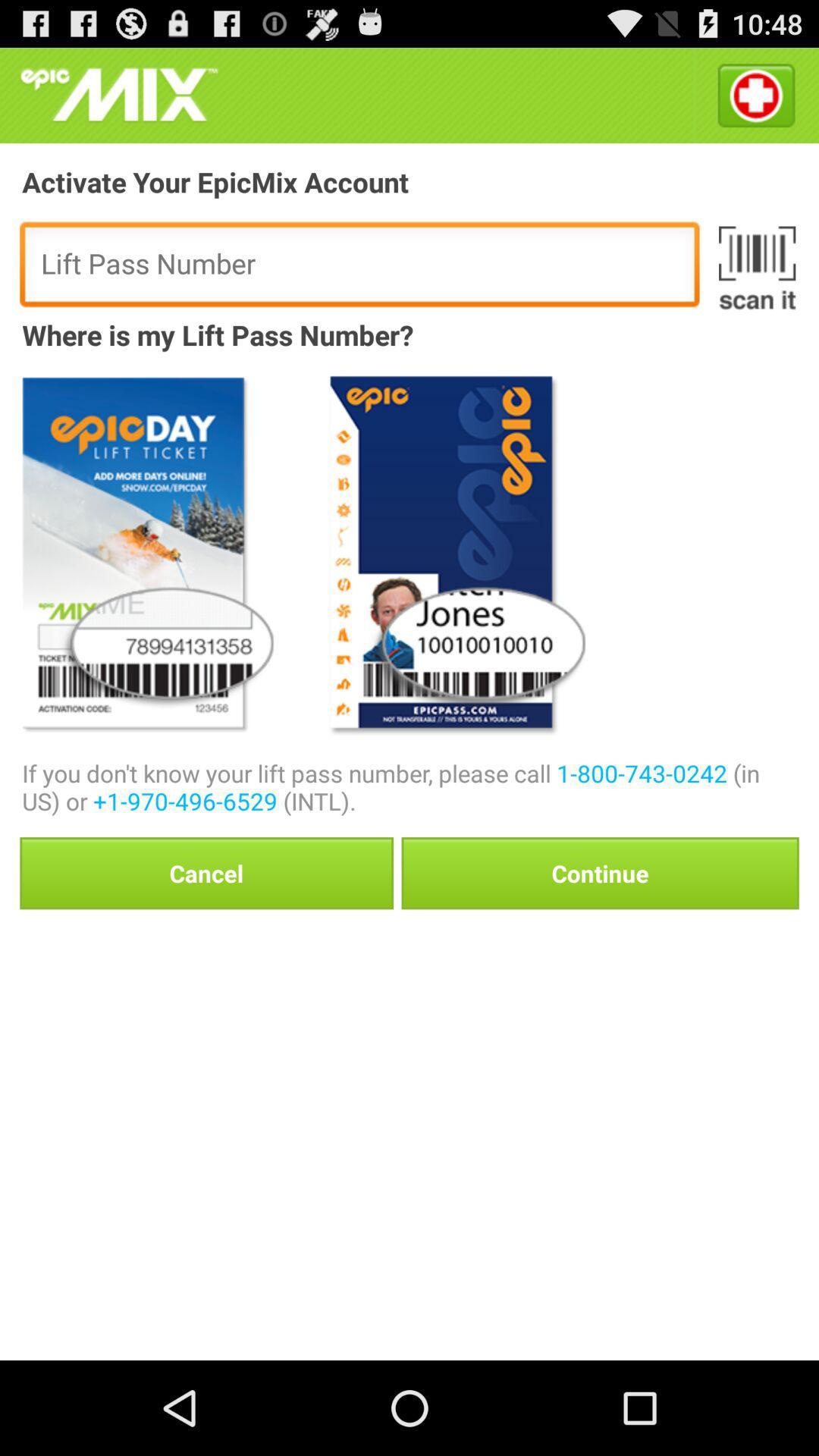  Describe the element at coordinates (599, 873) in the screenshot. I see `continue on the right` at that location.